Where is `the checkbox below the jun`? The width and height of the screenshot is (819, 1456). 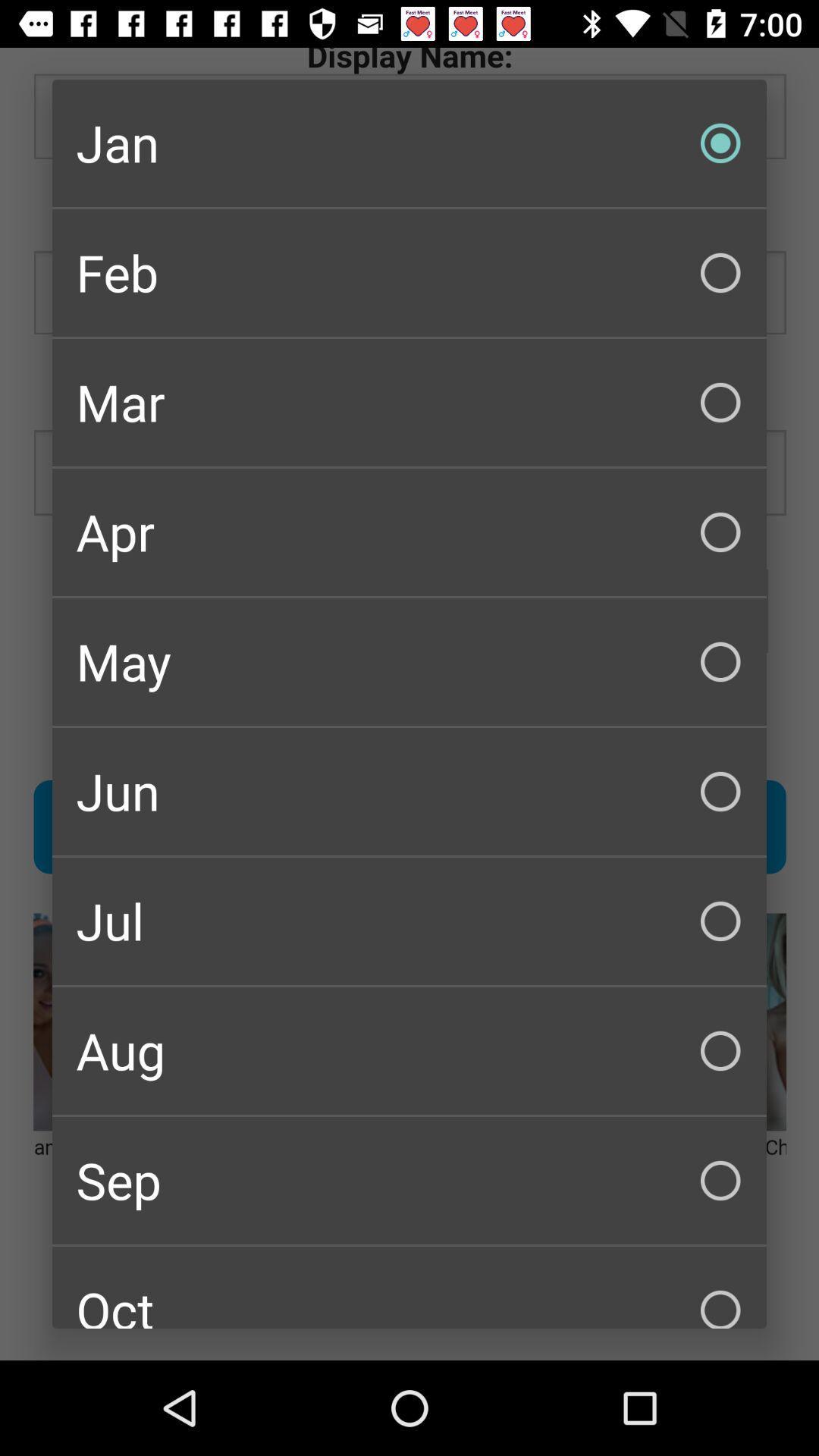
the checkbox below the jun is located at coordinates (409, 920).